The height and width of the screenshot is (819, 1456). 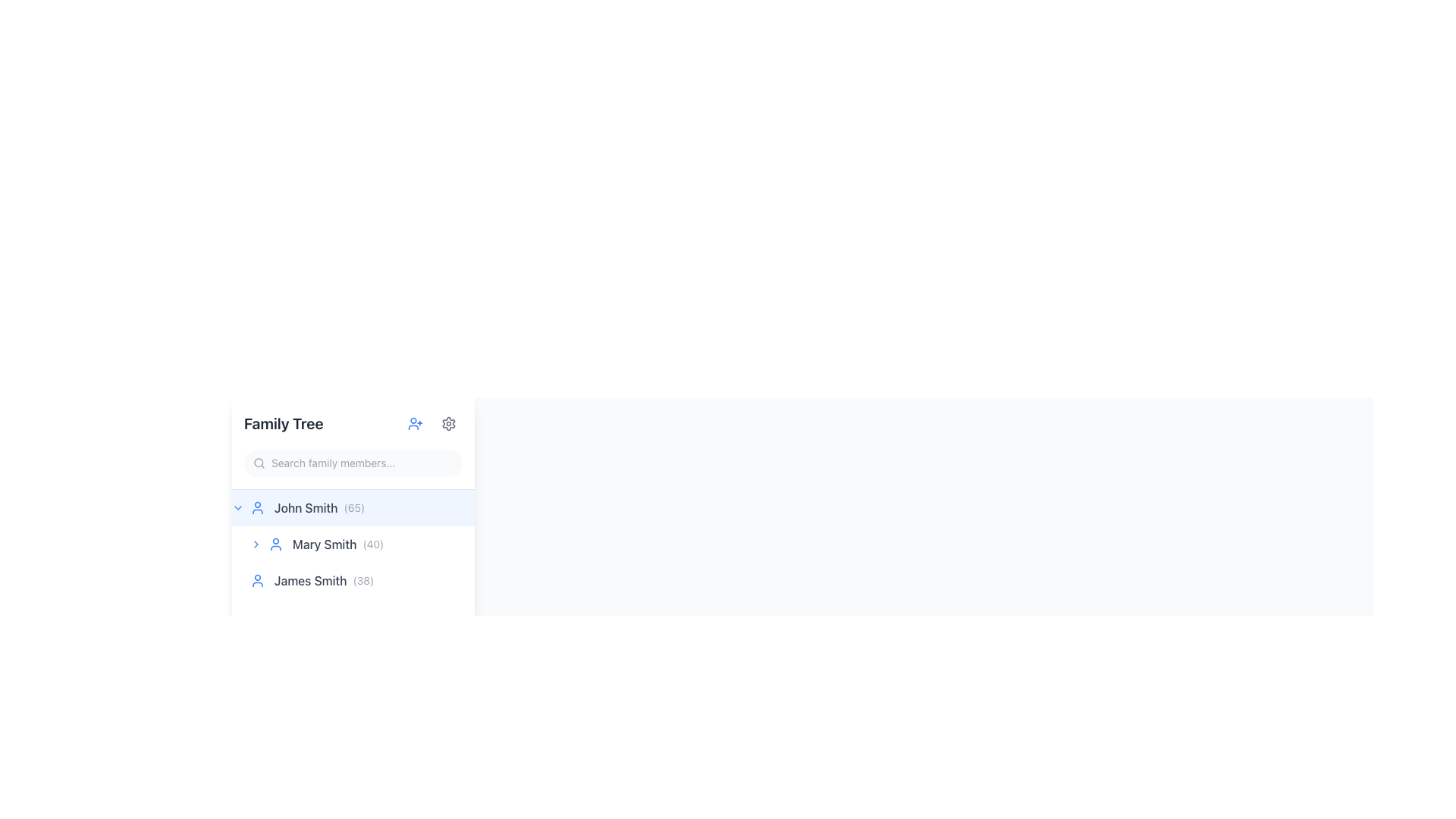 What do you see at coordinates (305, 508) in the screenshot?
I see `the static text element displaying 'John Smith' within the highlighted list item` at bounding box center [305, 508].